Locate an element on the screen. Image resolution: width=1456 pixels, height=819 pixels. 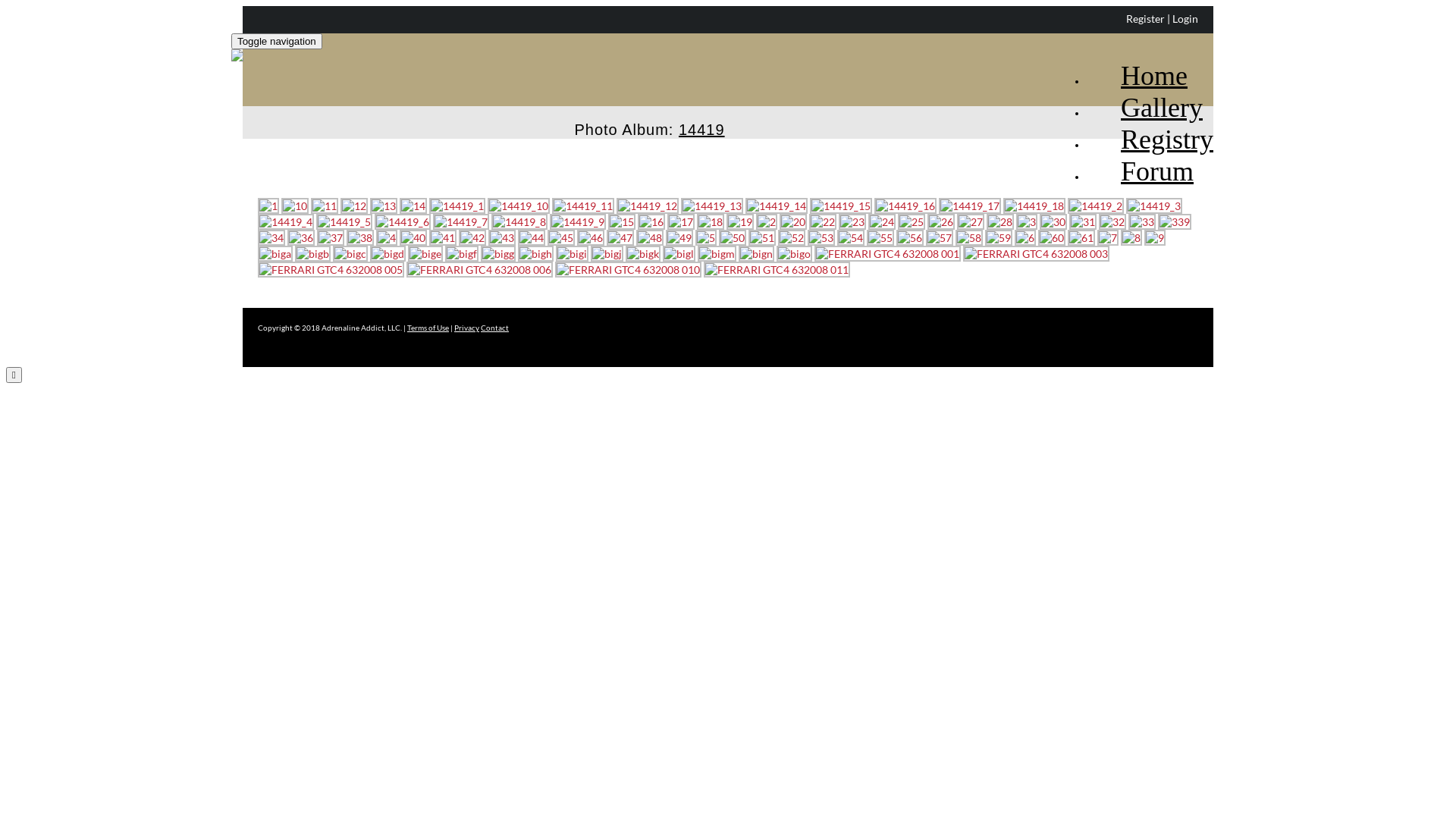
'7 (click to enlarge)' is located at coordinates (1107, 237).